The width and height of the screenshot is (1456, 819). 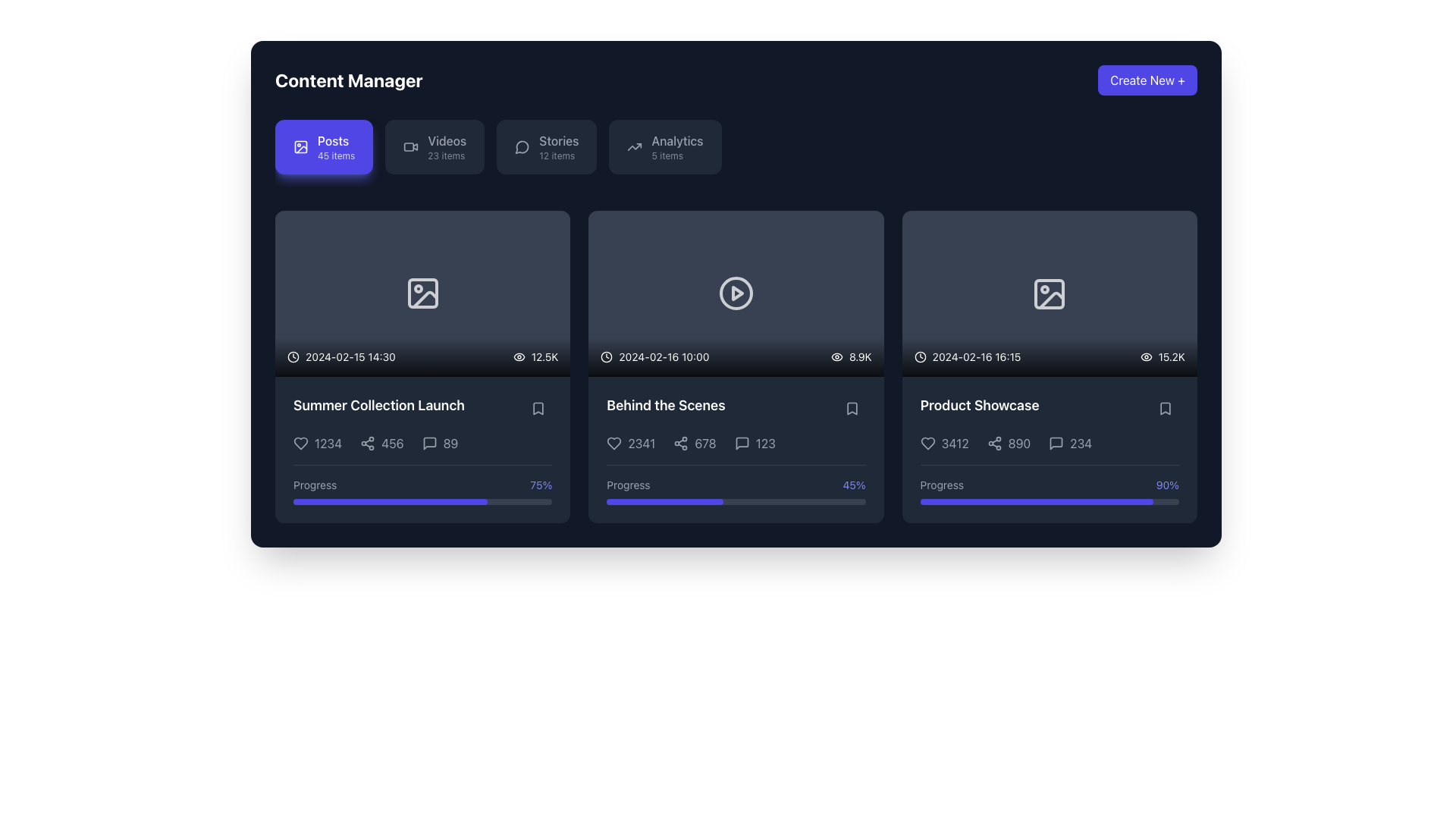 I want to click on the text label reading '12 items', which is styled in a small font size and semi-transparent light gray color, located directly below the 'Stories' label in the navigation interface, so click(x=556, y=155).